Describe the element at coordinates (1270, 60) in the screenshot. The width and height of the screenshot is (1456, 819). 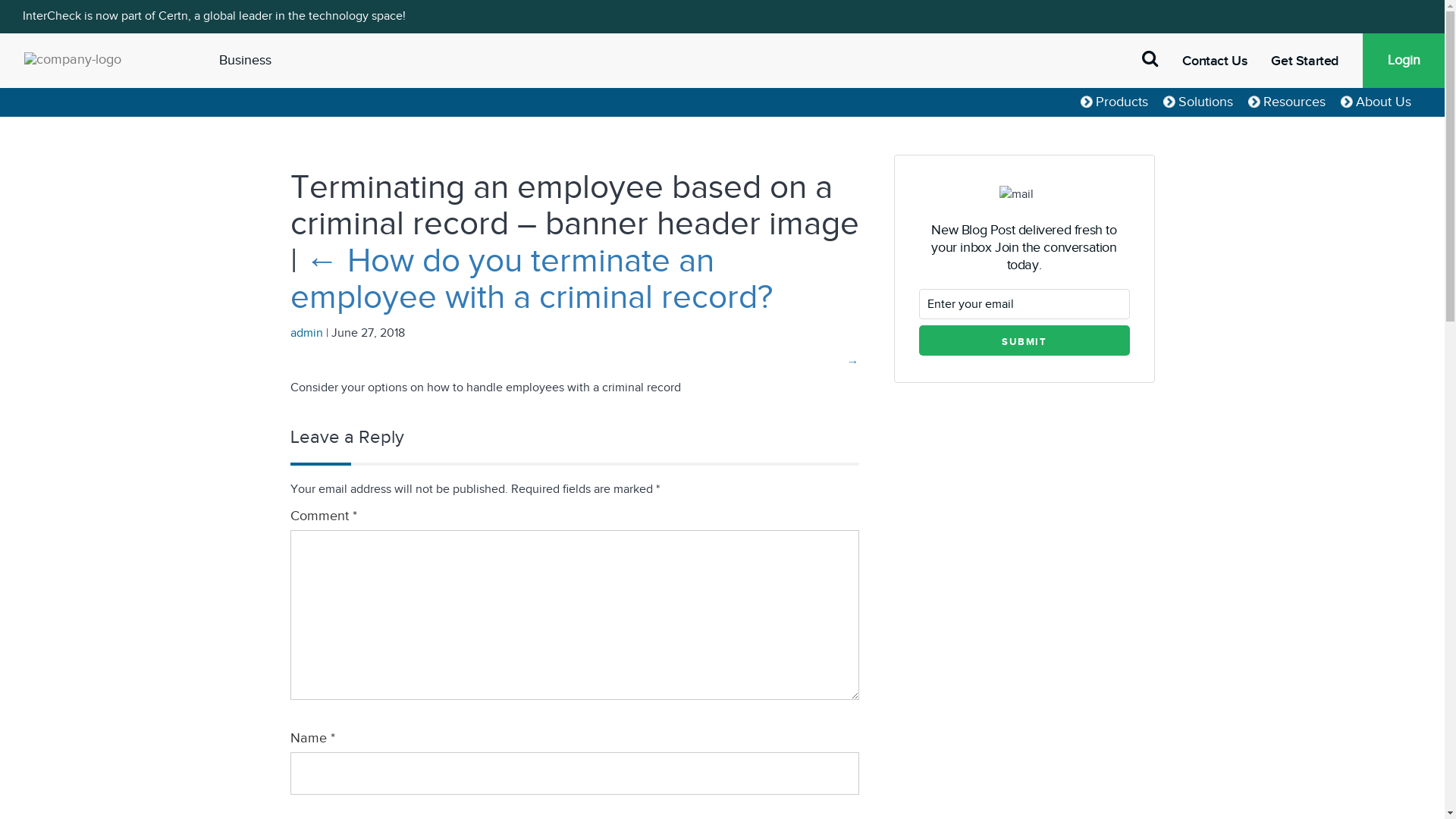
I see `'Get Started'` at that location.